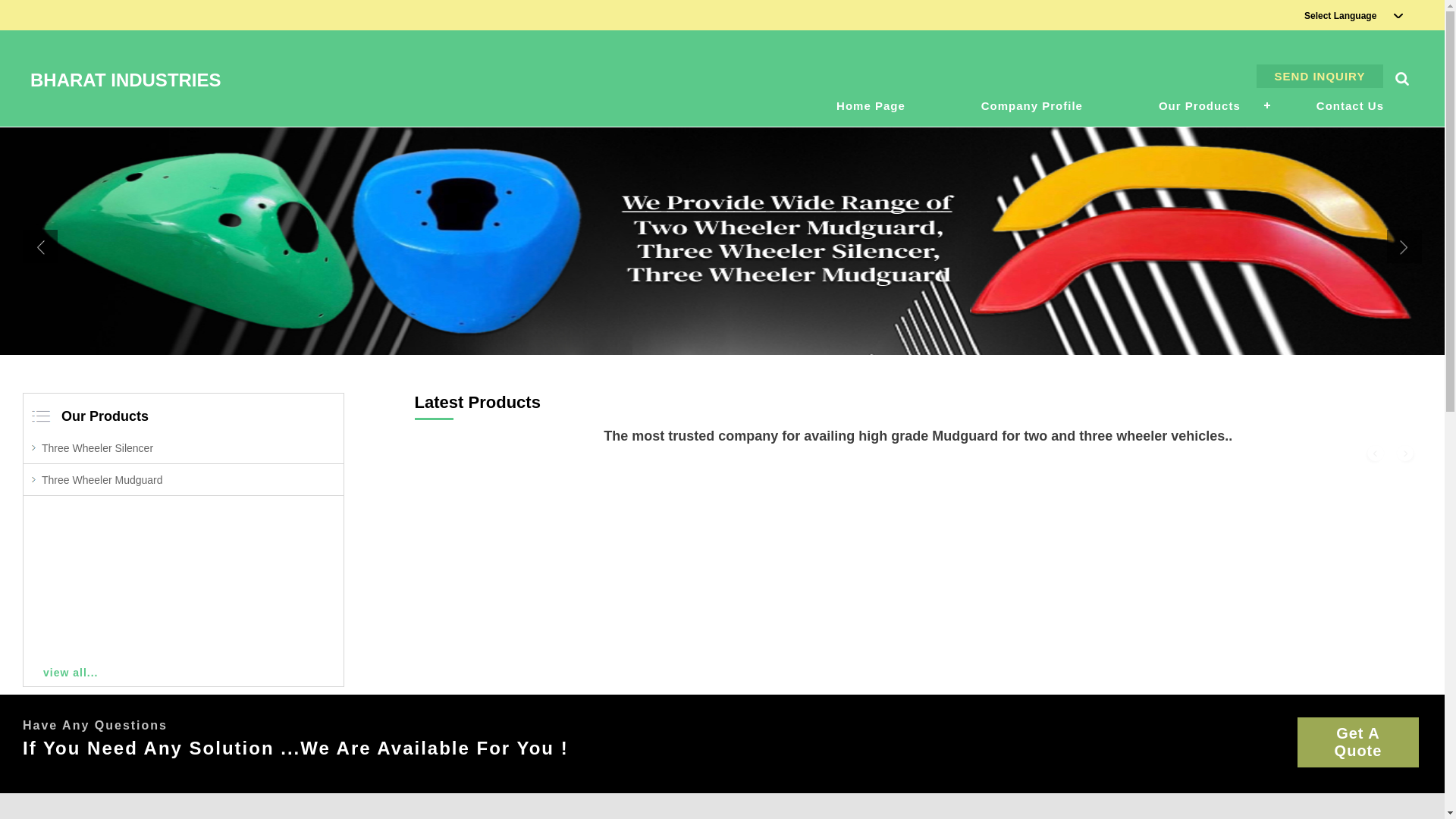 The width and height of the screenshot is (1456, 819). What do you see at coordinates (182, 672) in the screenshot?
I see `'view all...'` at bounding box center [182, 672].